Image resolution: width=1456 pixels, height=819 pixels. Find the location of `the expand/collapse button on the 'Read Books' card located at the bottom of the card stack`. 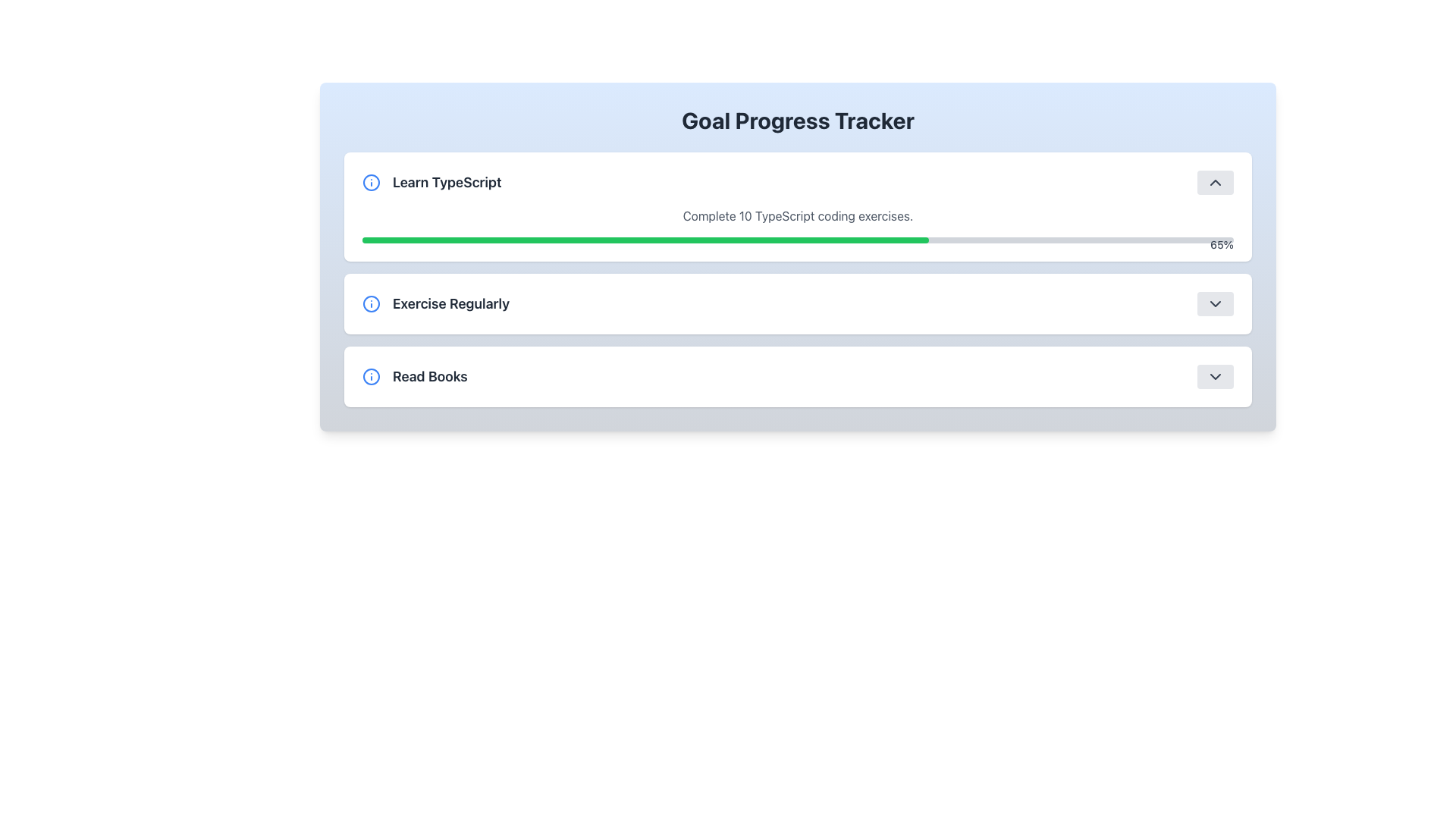

the expand/collapse button on the 'Read Books' card located at the bottom of the card stack is located at coordinates (797, 376).